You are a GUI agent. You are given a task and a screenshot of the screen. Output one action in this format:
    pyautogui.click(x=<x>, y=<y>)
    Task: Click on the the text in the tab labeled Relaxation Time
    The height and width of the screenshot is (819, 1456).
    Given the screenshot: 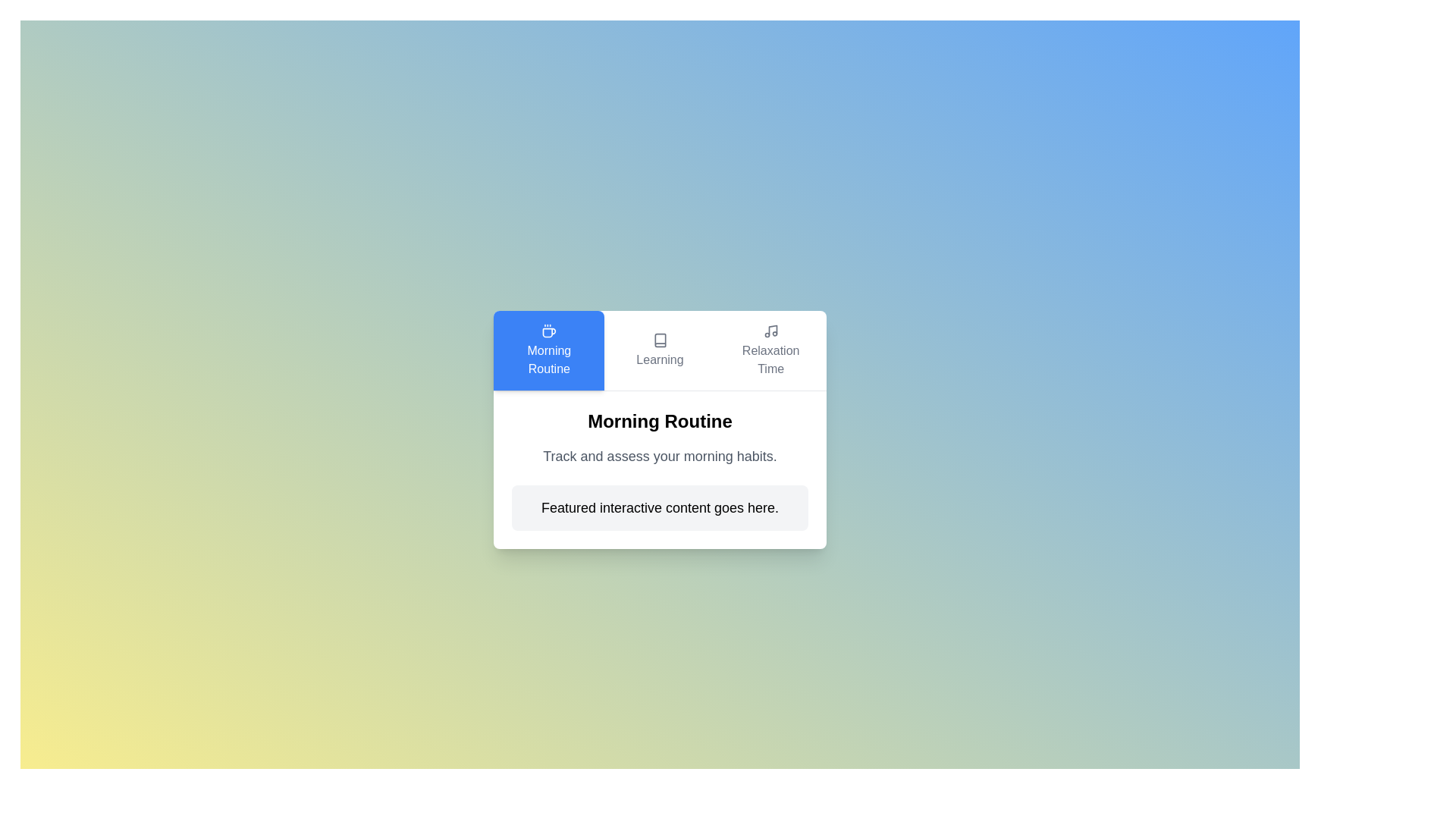 What is the action you would take?
    pyautogui.click(x=770, y=350)
    